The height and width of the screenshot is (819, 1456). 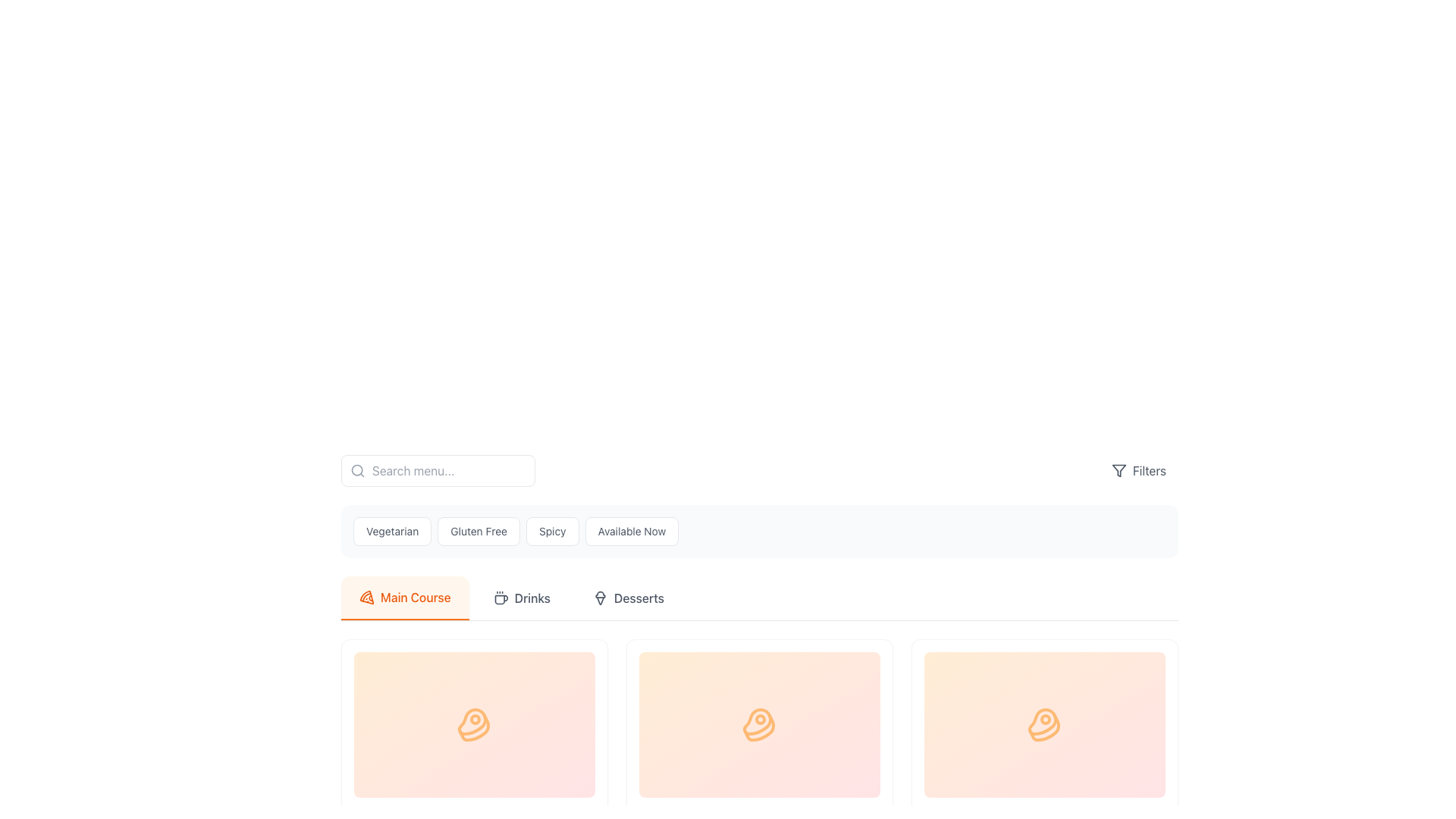 I want to click on the rectangular button labeled 'Available Now' with a white background and gray text, located at the rightmost position among four similar buttons in the category filters group beneath the search bar, so click(x=632, y=531).